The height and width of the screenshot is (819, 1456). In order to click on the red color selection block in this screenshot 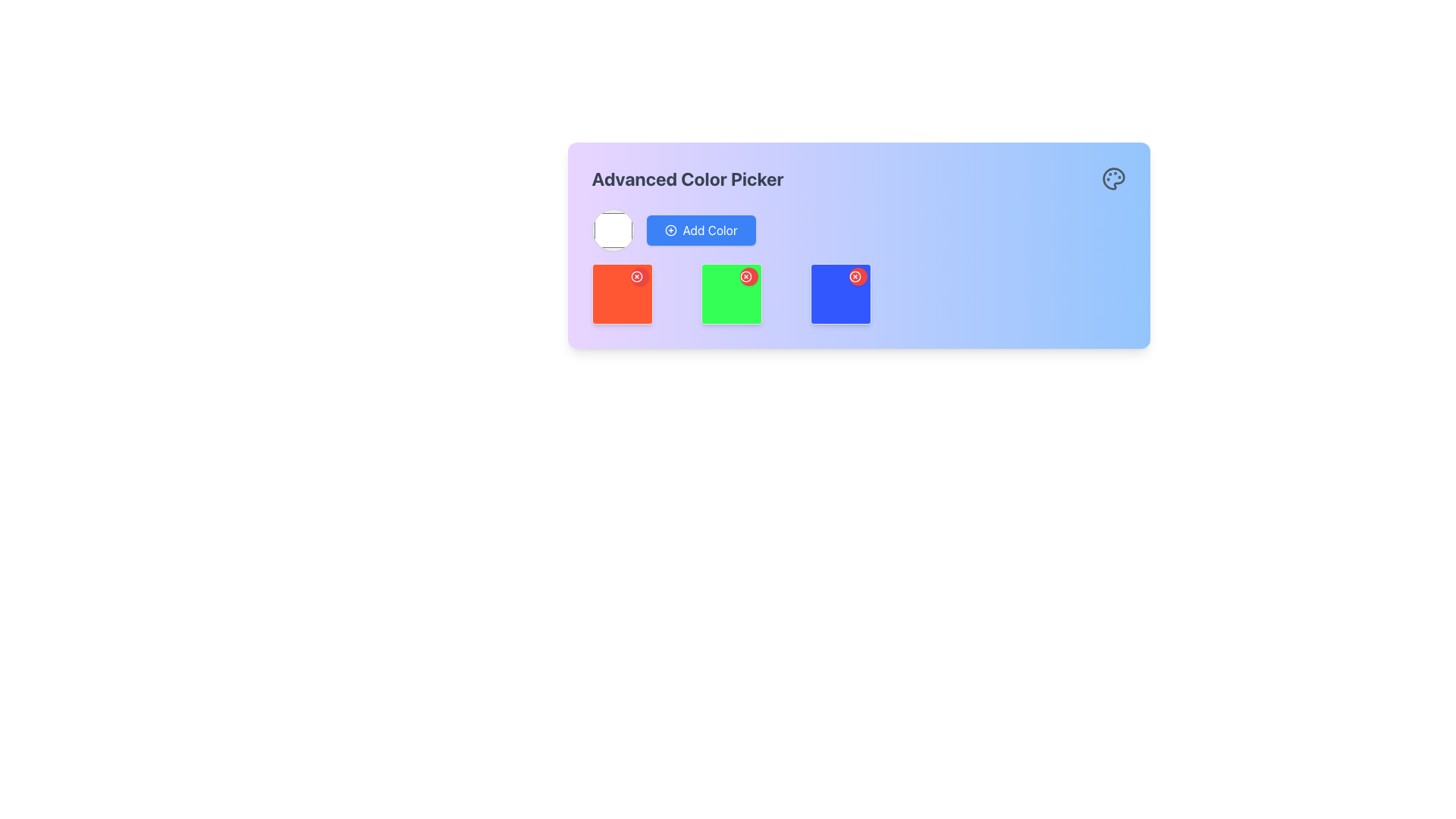, I will do `click(622, 294)`.